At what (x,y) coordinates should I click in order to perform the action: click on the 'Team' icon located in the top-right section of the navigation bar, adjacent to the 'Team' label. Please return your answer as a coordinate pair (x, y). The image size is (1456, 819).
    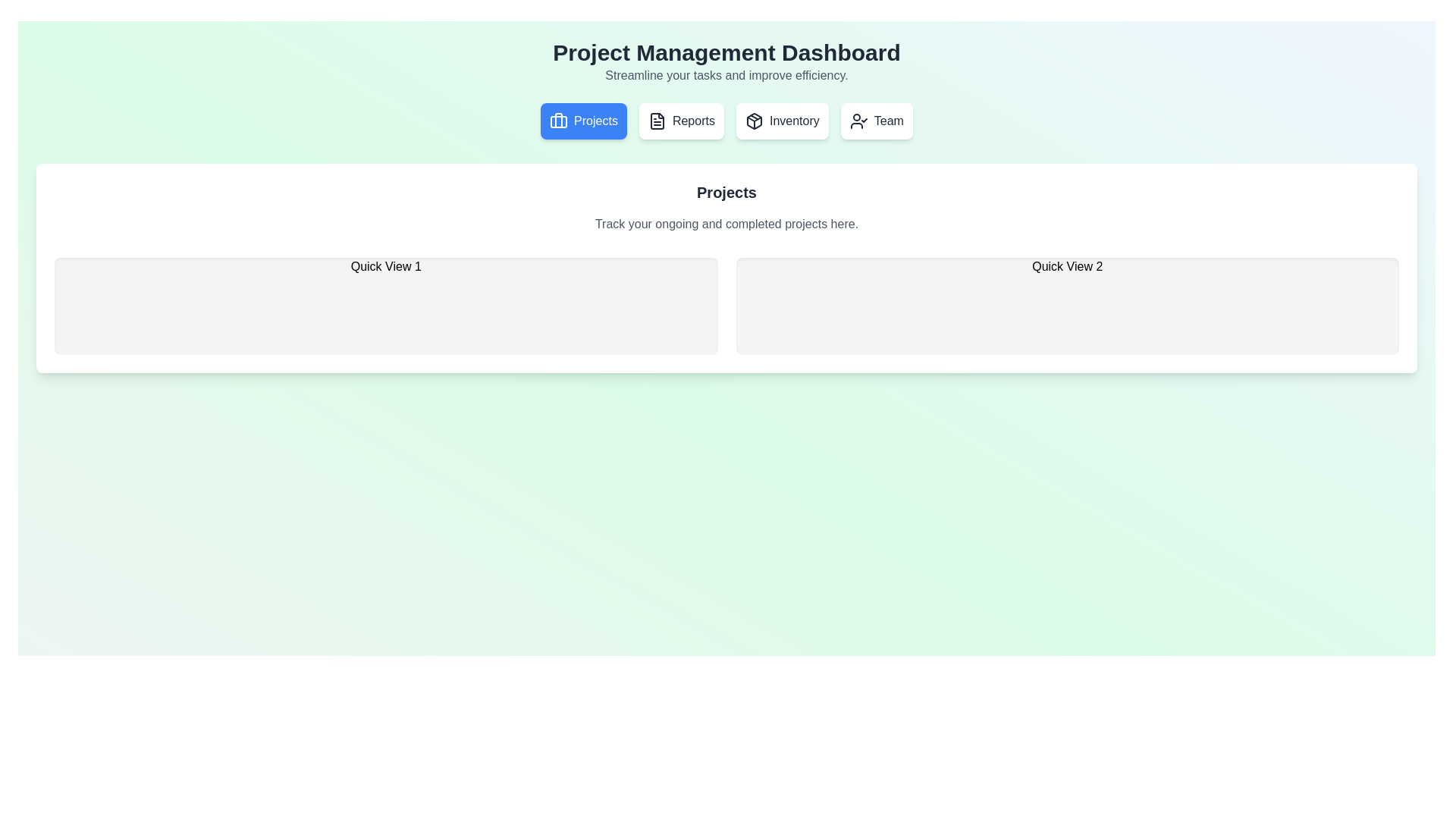
    Looking at the image, I should click on (858, 120).